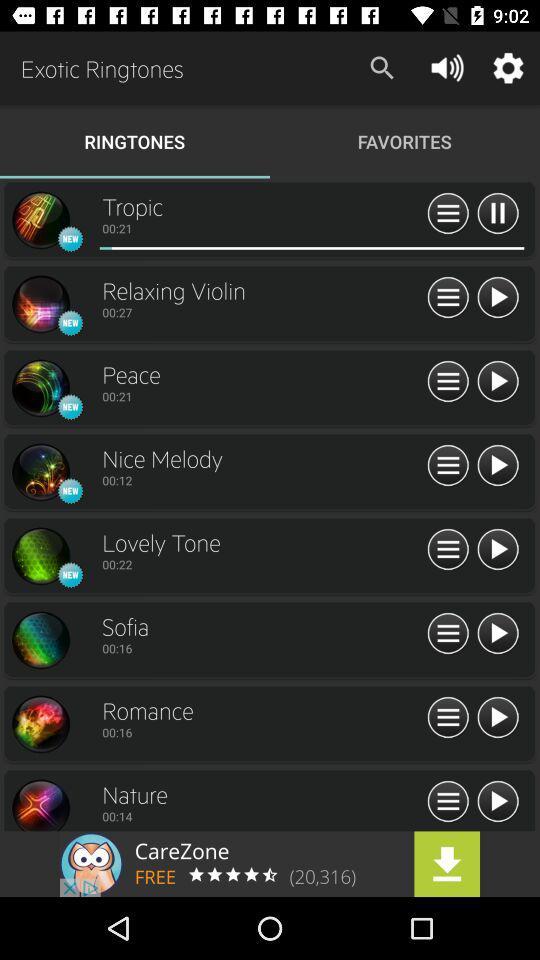 The height and width of the screenshot is (960, 540). What do you see at coordinates (496, 297) in the screenshot?
I see `the second button which is right to relaxing violin` at bounding box center [496, 297].